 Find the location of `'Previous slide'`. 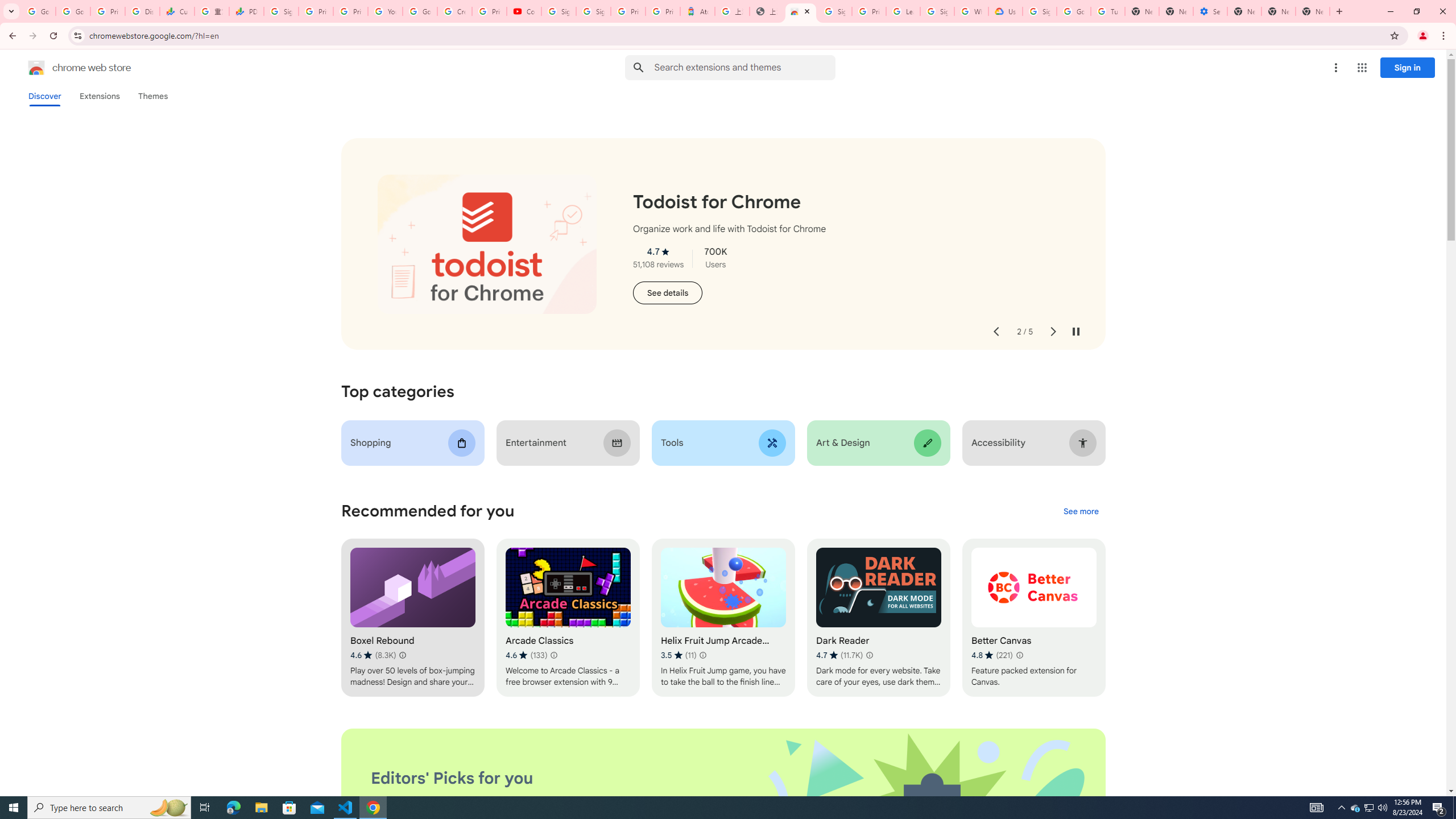

'Previous slide' is located at coordinates (995, 331).